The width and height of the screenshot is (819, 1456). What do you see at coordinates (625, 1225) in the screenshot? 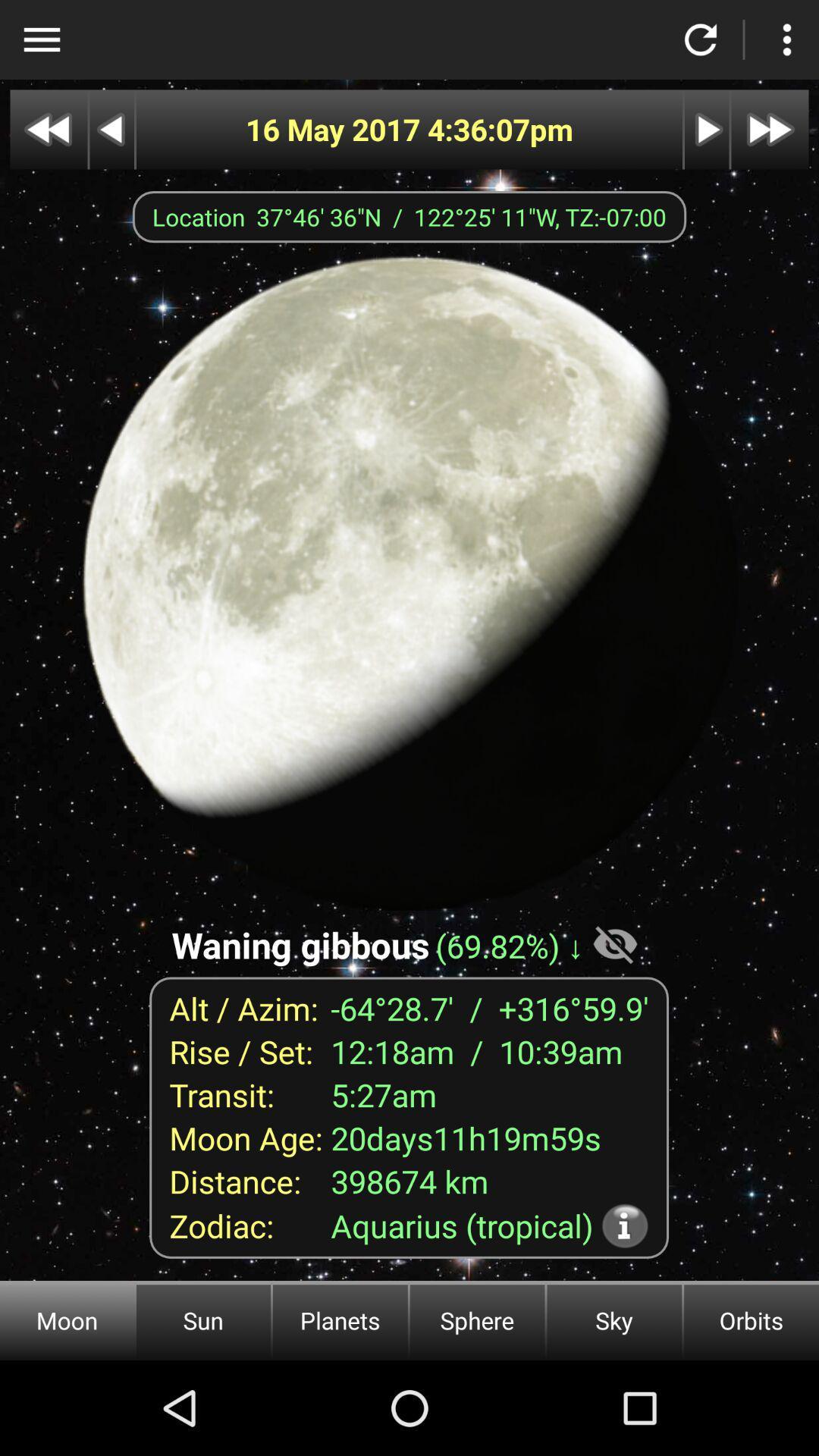
I see `aquarius information/details` at bounding box center [625, 1225].